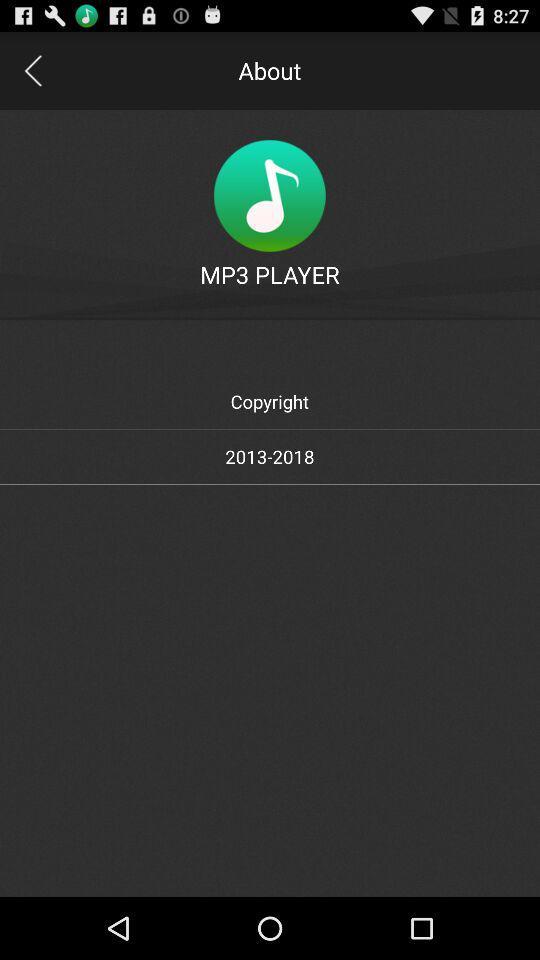  Describe the element at coordinates (31, 70) in the screenshot. I see `item at the top left corner` at that location.